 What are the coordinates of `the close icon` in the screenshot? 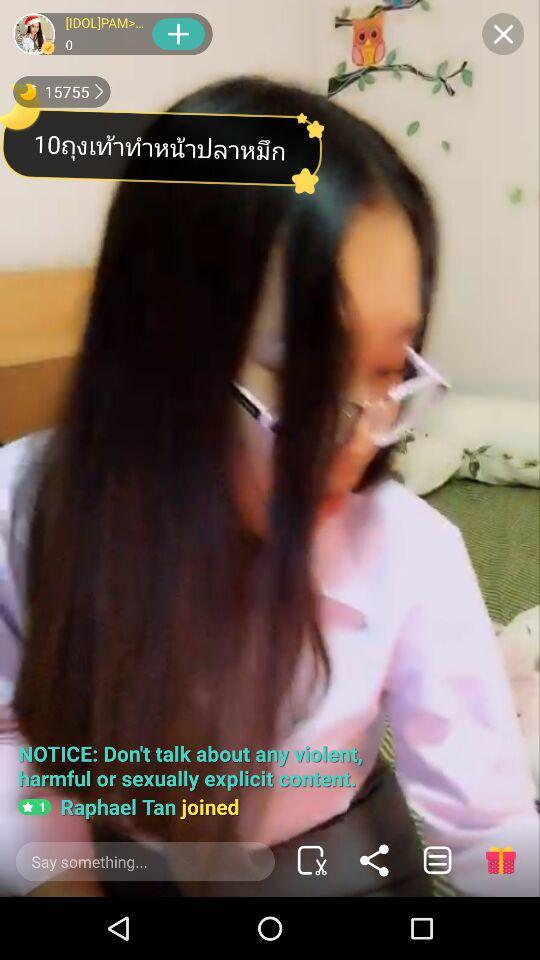 It's located at (502, 33).